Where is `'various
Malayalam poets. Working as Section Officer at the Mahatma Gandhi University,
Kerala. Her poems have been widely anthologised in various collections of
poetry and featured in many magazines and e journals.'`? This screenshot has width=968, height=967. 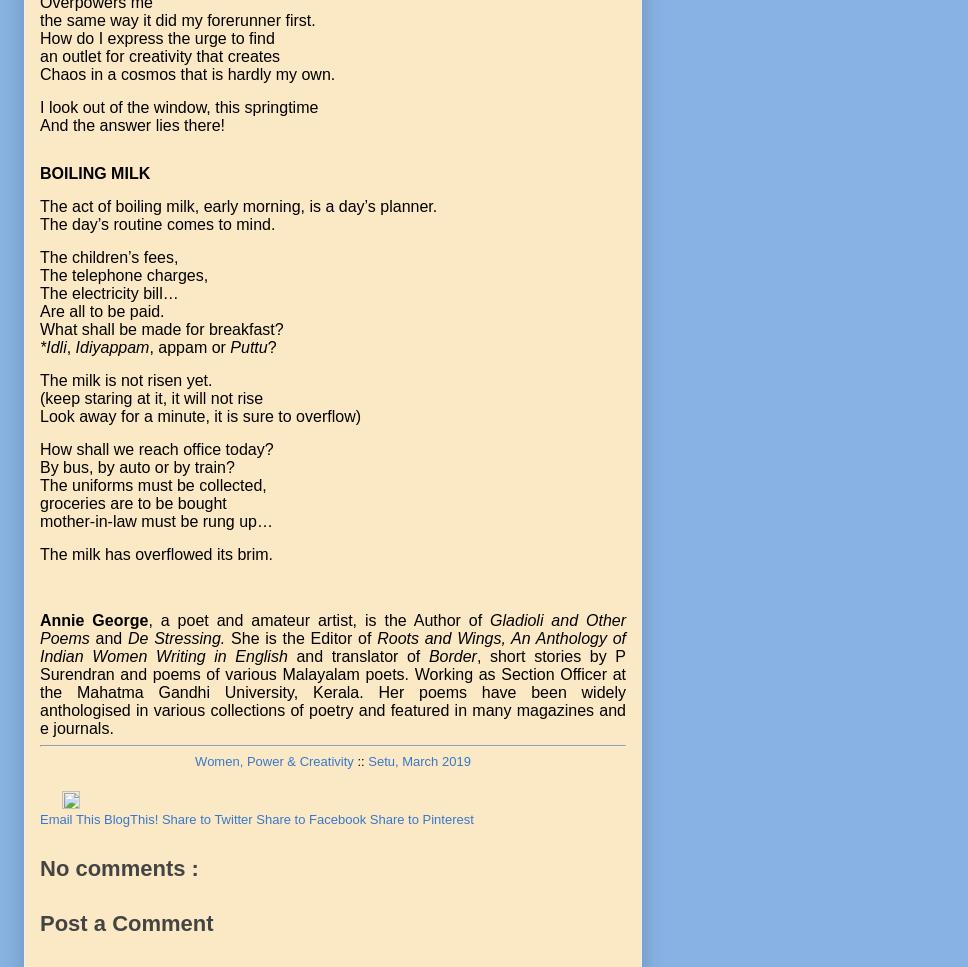
'various
Malayalam poets. Working as Section Officer at the Mahatma Gandhi University,
Kerala. Her poems have been widely anthologised in various collections of
poetry and featured in many magazines and e journals.' is located at coordinates (332, 701).